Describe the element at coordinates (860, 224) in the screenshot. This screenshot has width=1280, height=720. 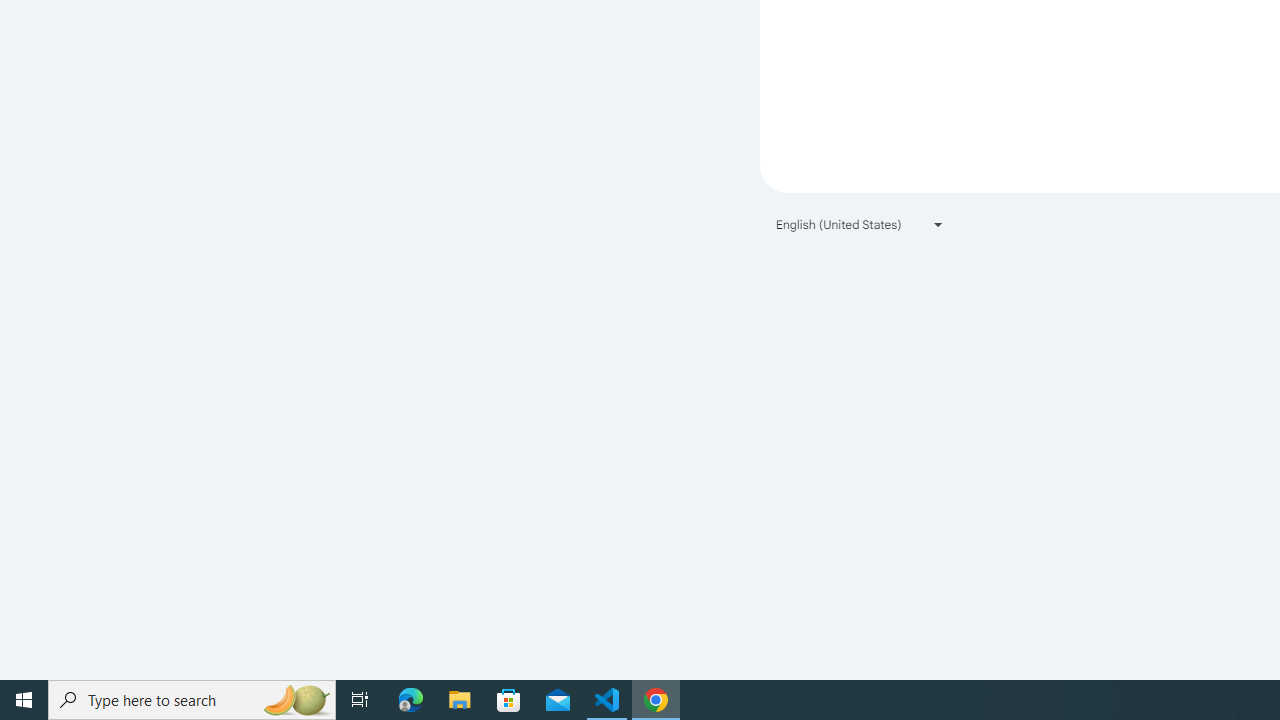
I see `'English (United States)'` at that location.